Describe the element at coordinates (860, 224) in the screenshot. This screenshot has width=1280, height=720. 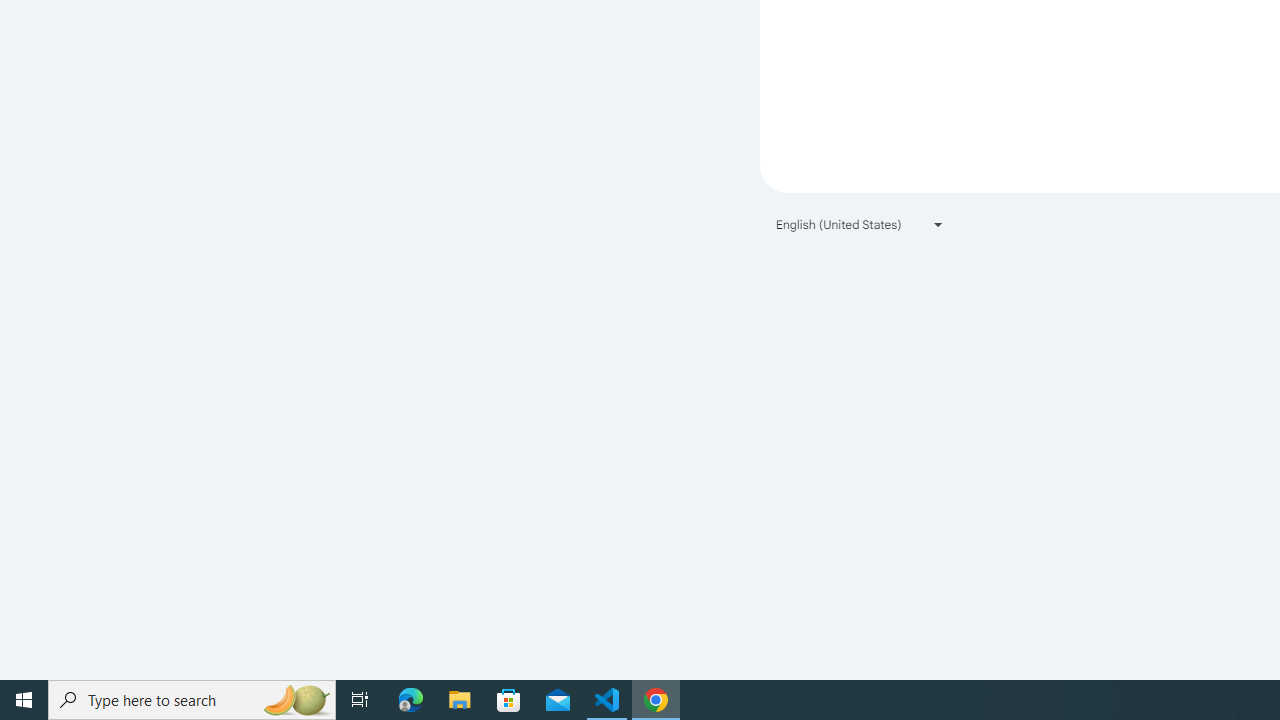
I see `'English (United States)'` at that location.